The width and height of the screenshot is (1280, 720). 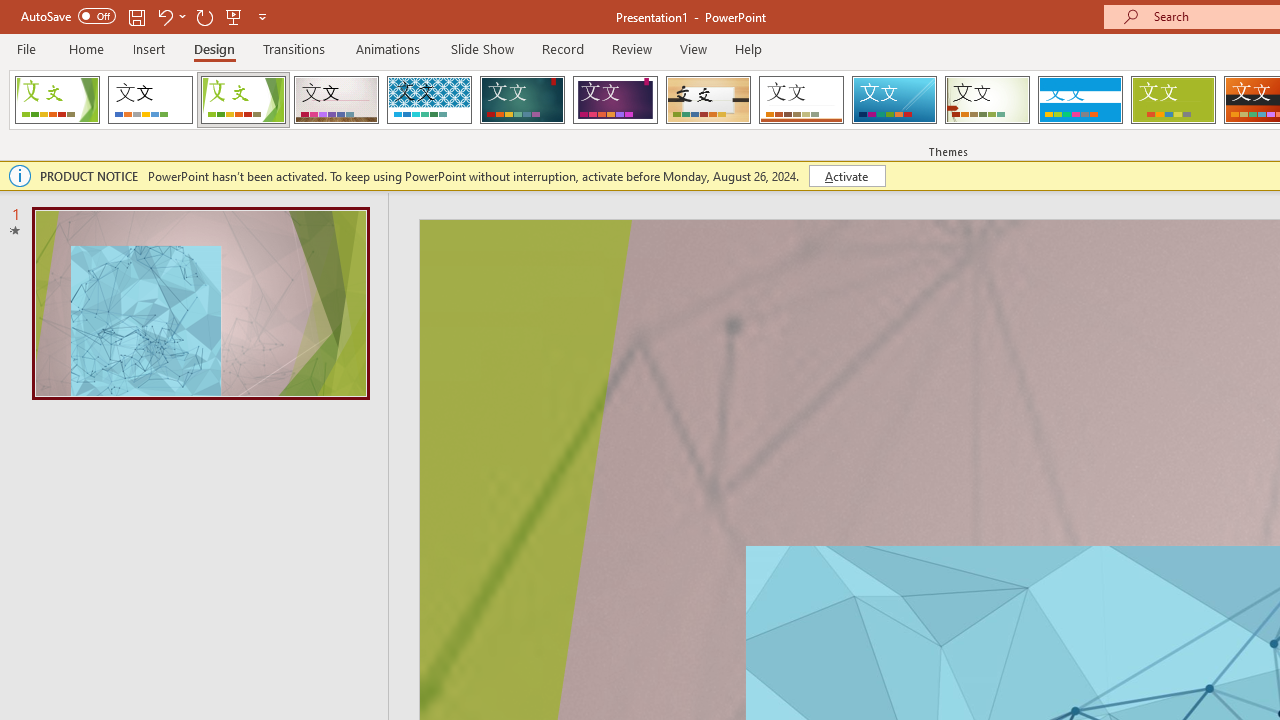 I want to click on 'Office Theme', so click(x=149, y=100).